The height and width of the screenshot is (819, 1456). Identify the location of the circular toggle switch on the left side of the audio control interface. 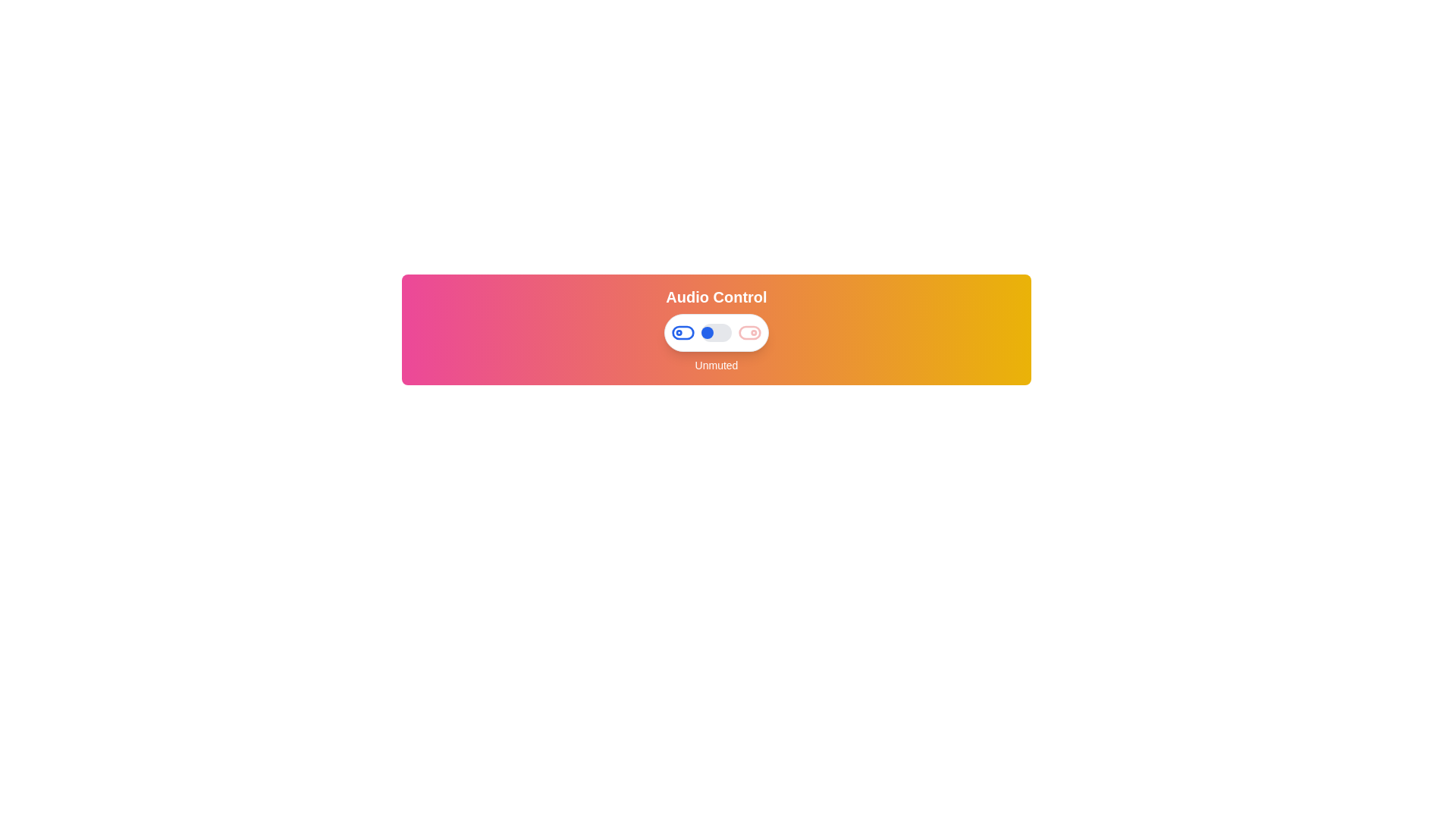
(706, 332).